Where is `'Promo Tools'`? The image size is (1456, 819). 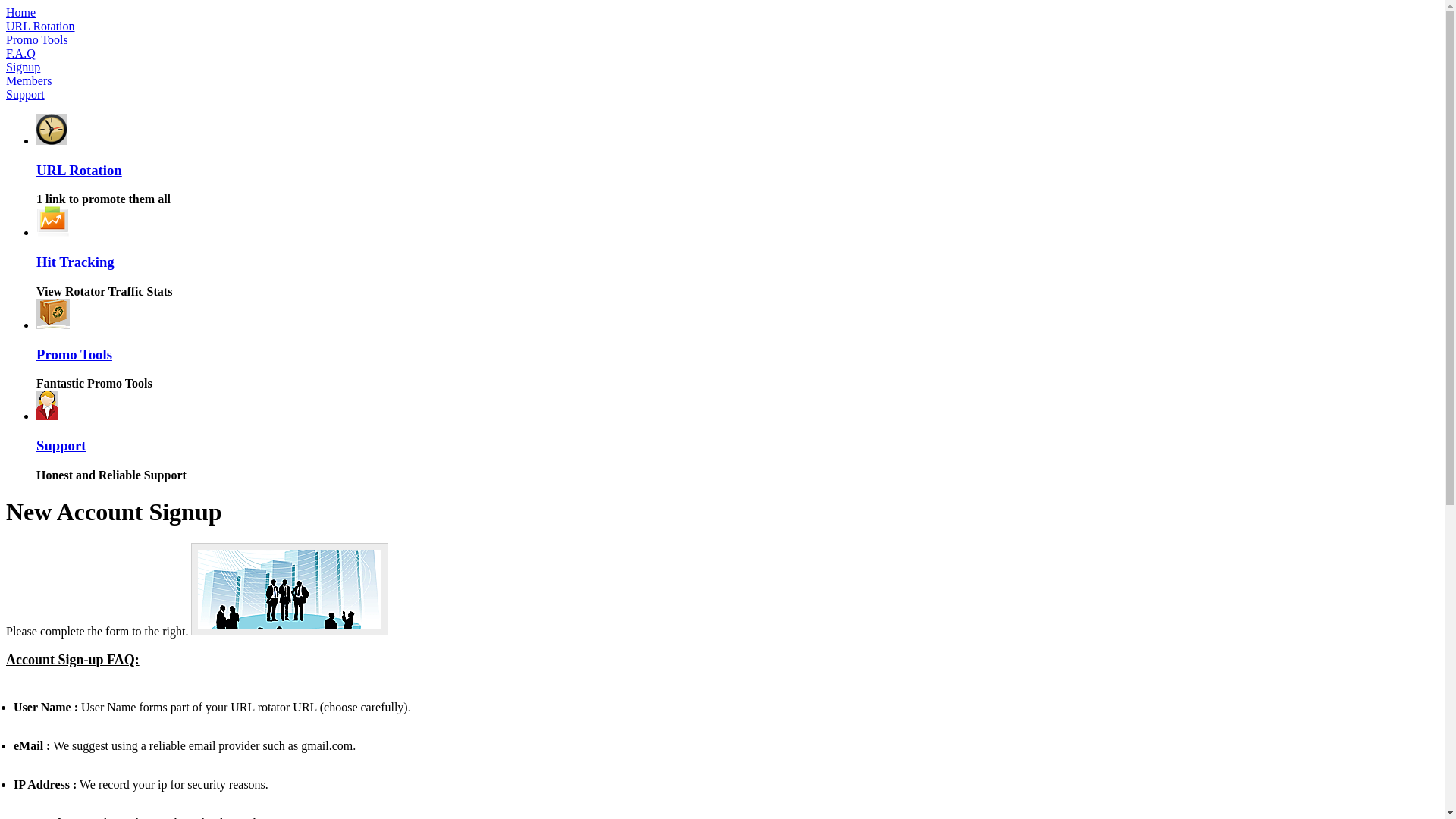
'Promo Tools' is located at coordinates (36, 39).